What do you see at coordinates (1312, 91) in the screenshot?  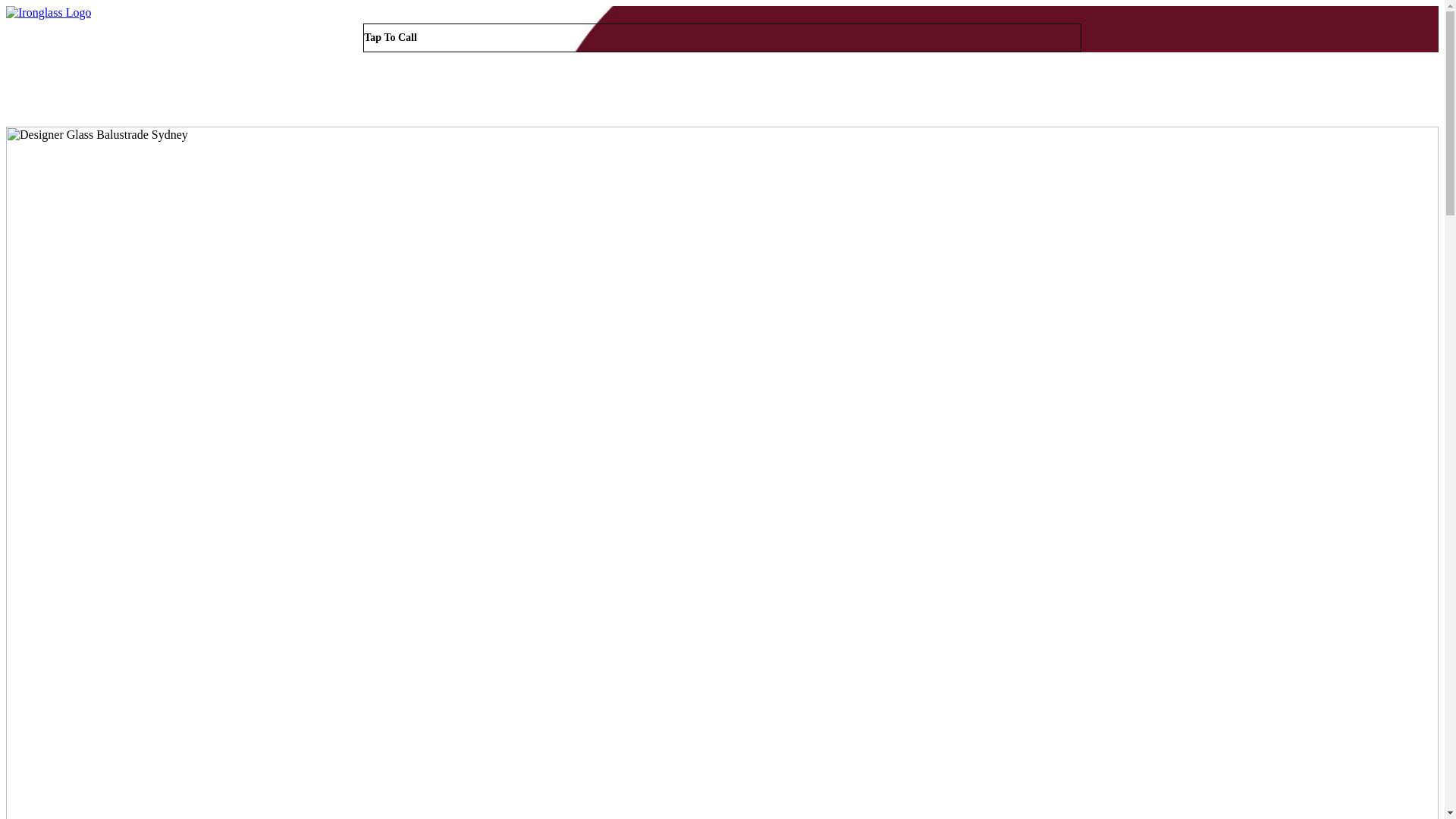 I see `'Blog'` at bounding box center [1312, 91].